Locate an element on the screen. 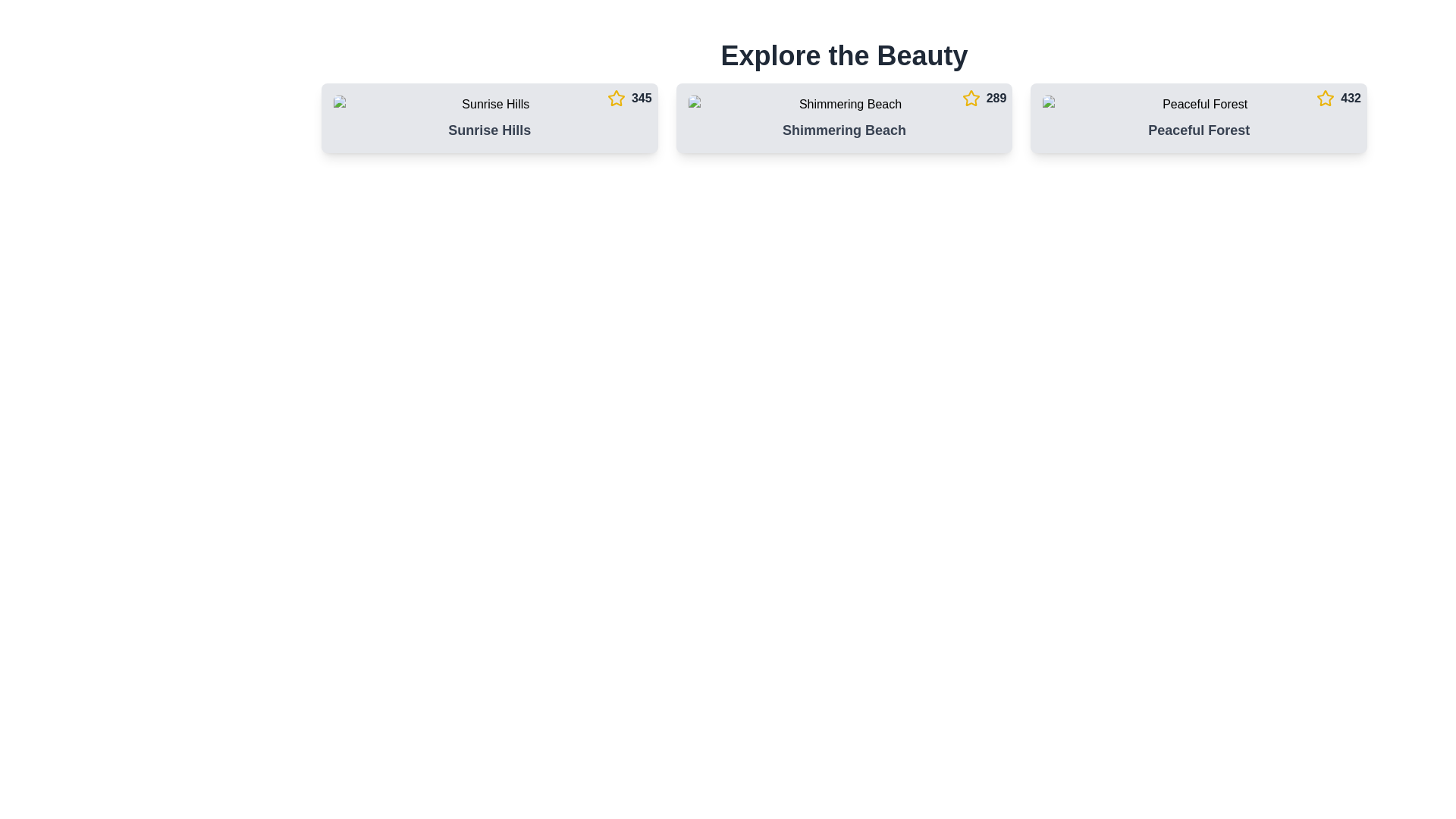 This screenshot has width=1456, height=819. the star icon indicating a rating of 289 at the top-right corner of the 'Shimmering Beach' card is located at coordinates (984, 99).